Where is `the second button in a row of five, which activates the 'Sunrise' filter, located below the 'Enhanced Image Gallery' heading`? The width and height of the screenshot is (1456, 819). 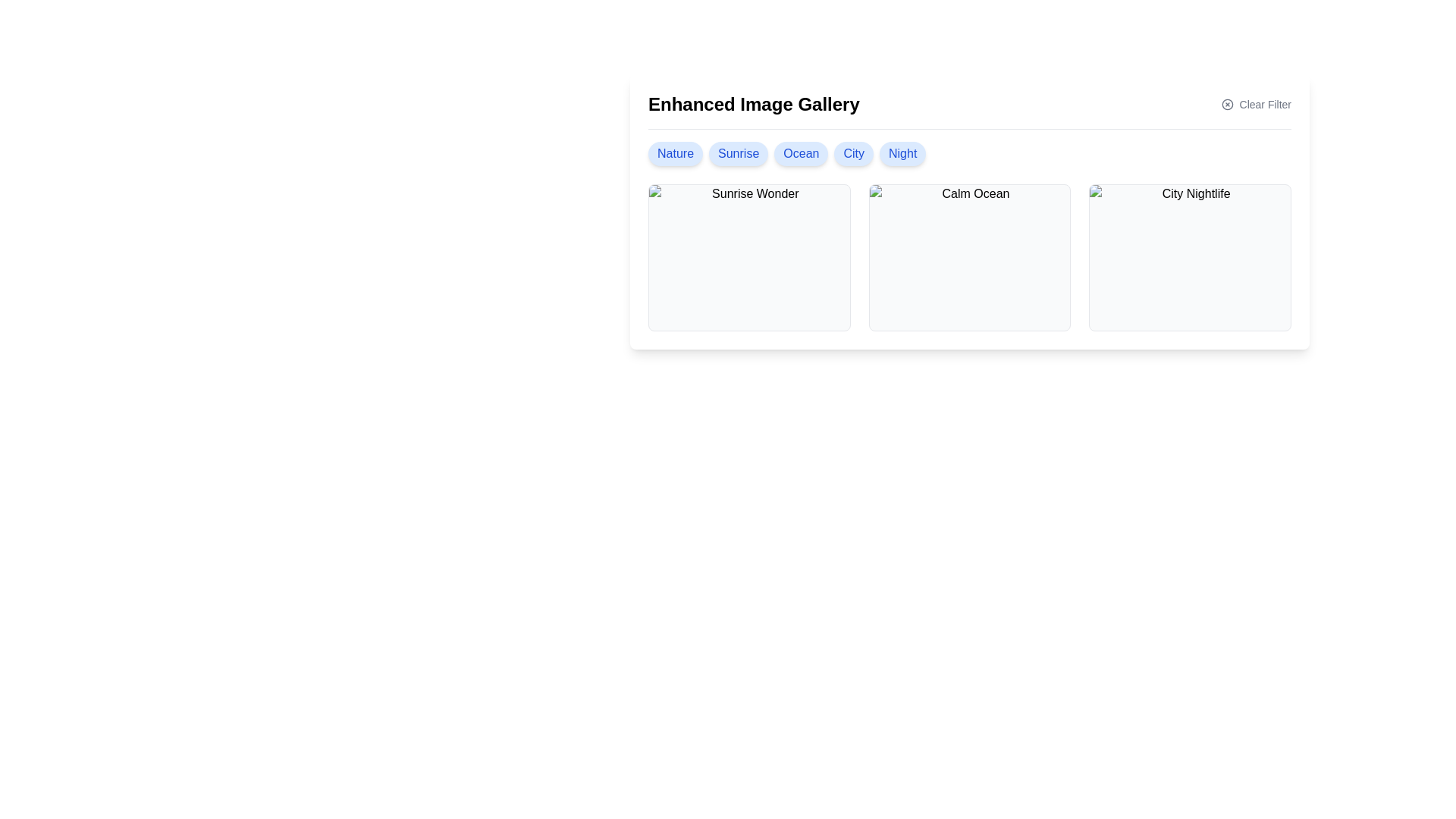
the second button in a row of five, which activates the 'Sunrise' filter, located below the 'Enhanced Image Gallery' heading is located at coordinates (739, 154).